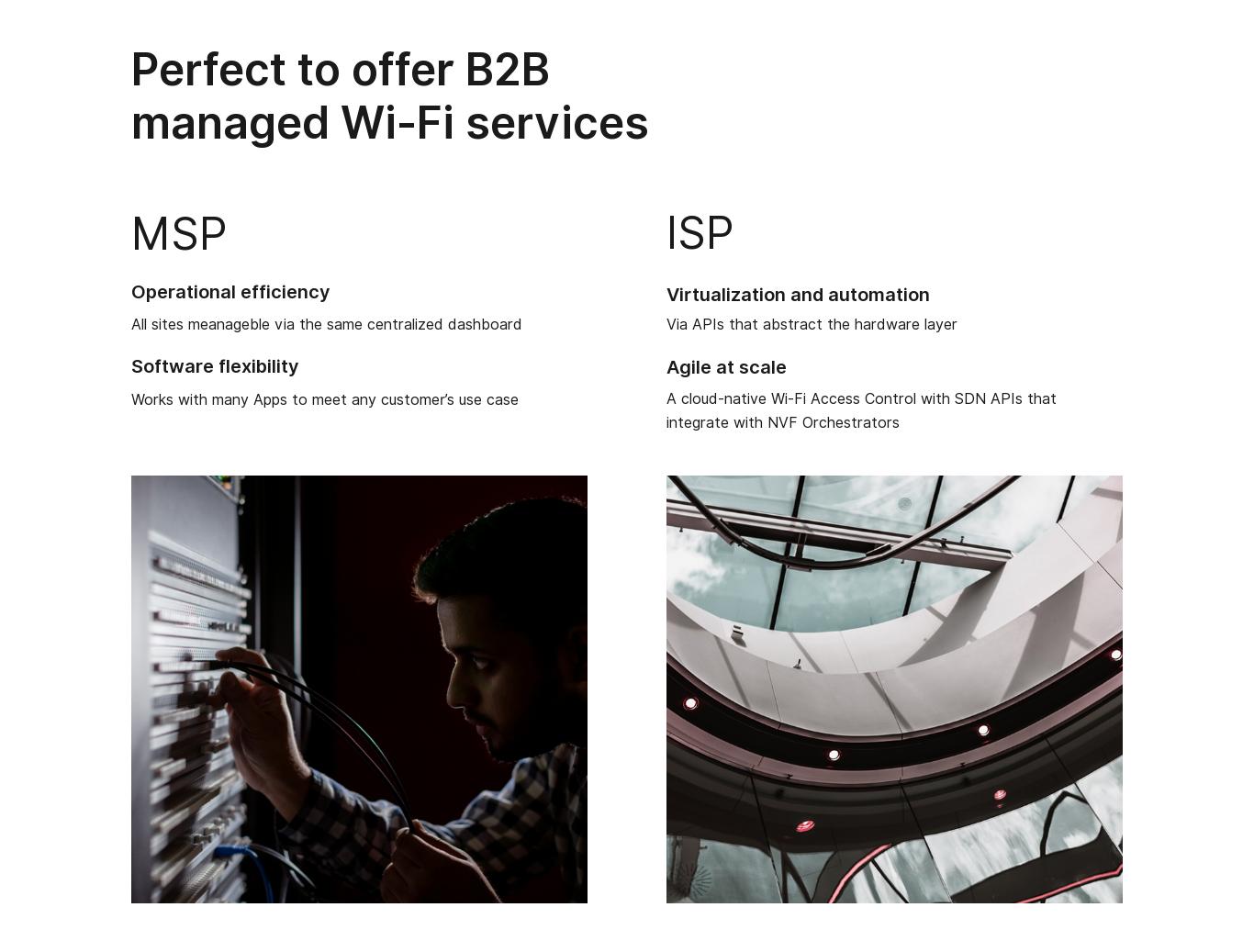  What do you see at coordinates (388, 120) in the screenshot?
I see `'managed Wi-Fi services'` at bounding box center [388, 120].